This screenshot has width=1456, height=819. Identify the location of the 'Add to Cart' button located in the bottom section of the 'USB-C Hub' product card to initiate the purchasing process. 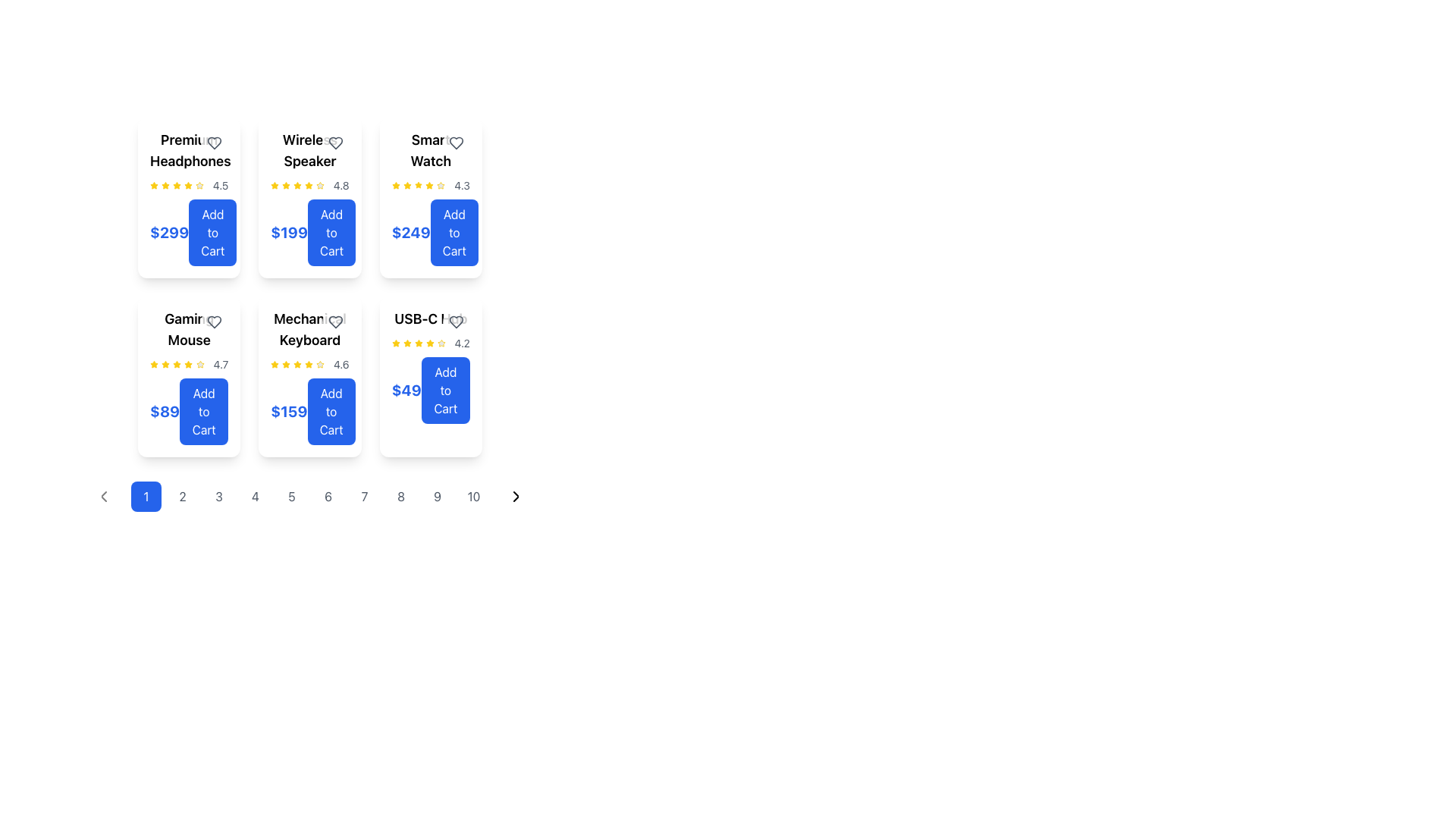
(429, 390).